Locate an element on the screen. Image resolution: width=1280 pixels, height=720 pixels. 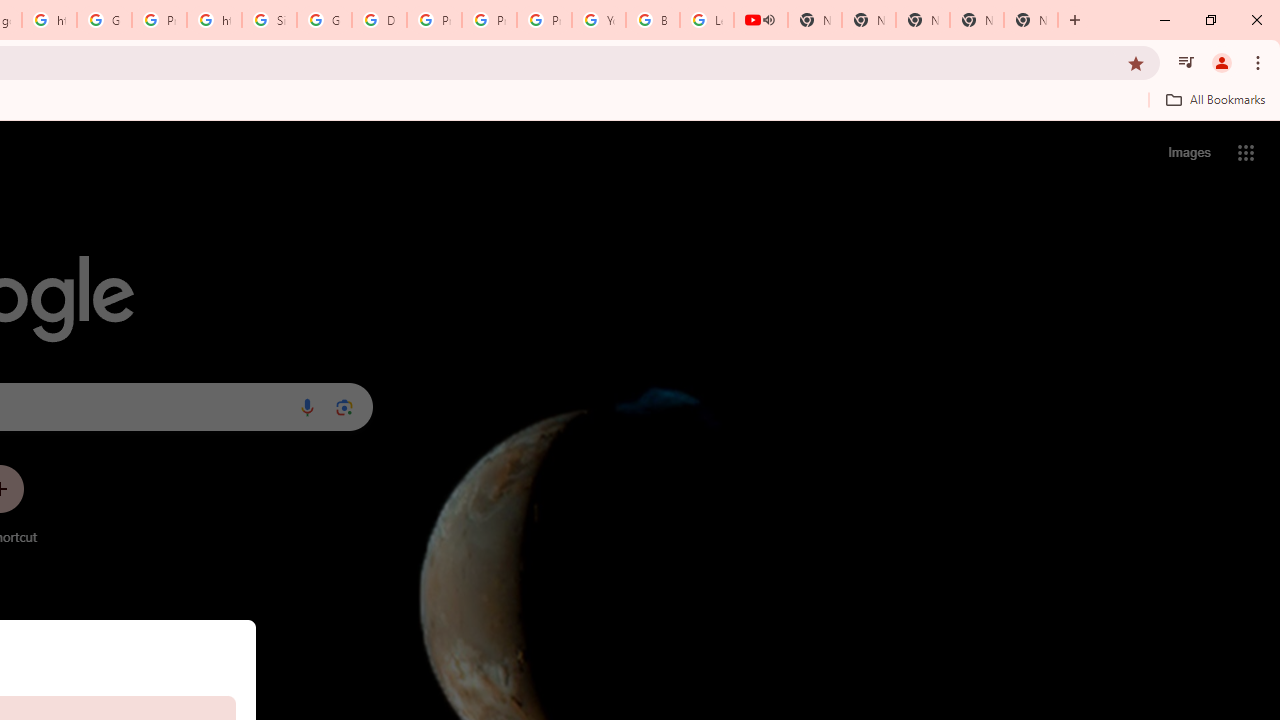
'https://scholar.google.com/' is located at coordinates (214, 20).